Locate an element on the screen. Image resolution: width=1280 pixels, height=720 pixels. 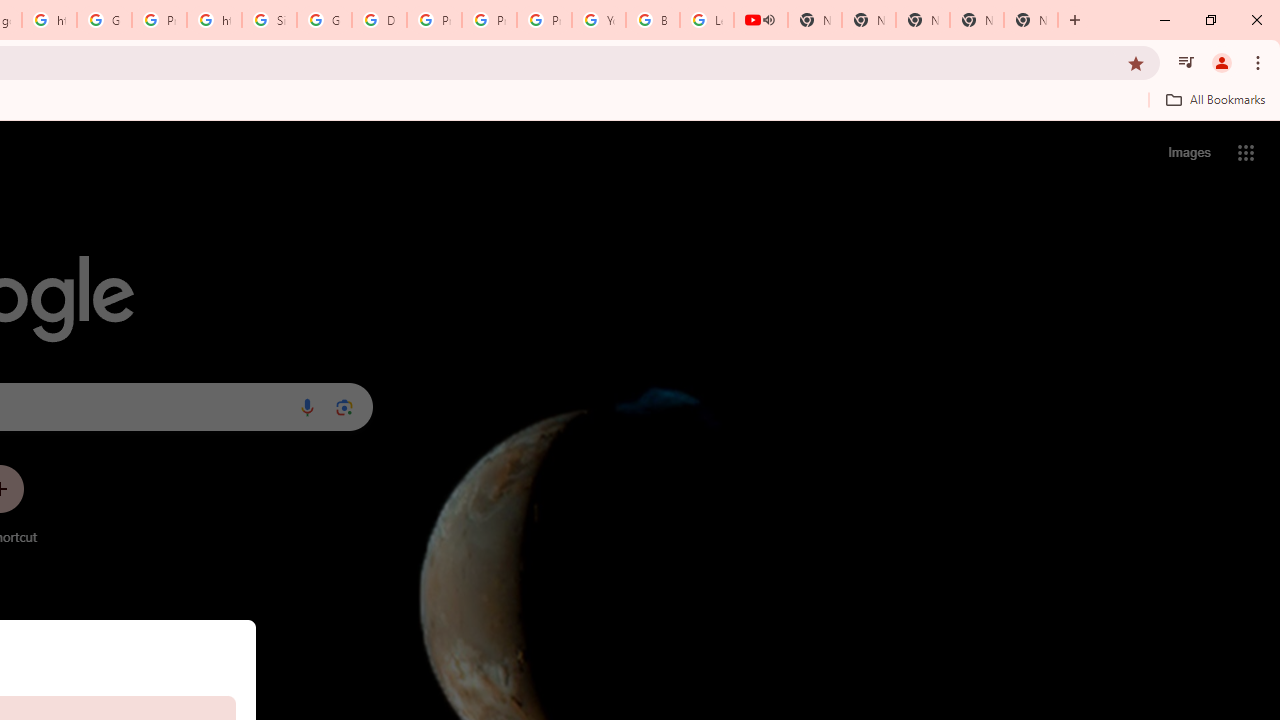
'https://scholar.google.com/' is located at coordinates (214, 20).